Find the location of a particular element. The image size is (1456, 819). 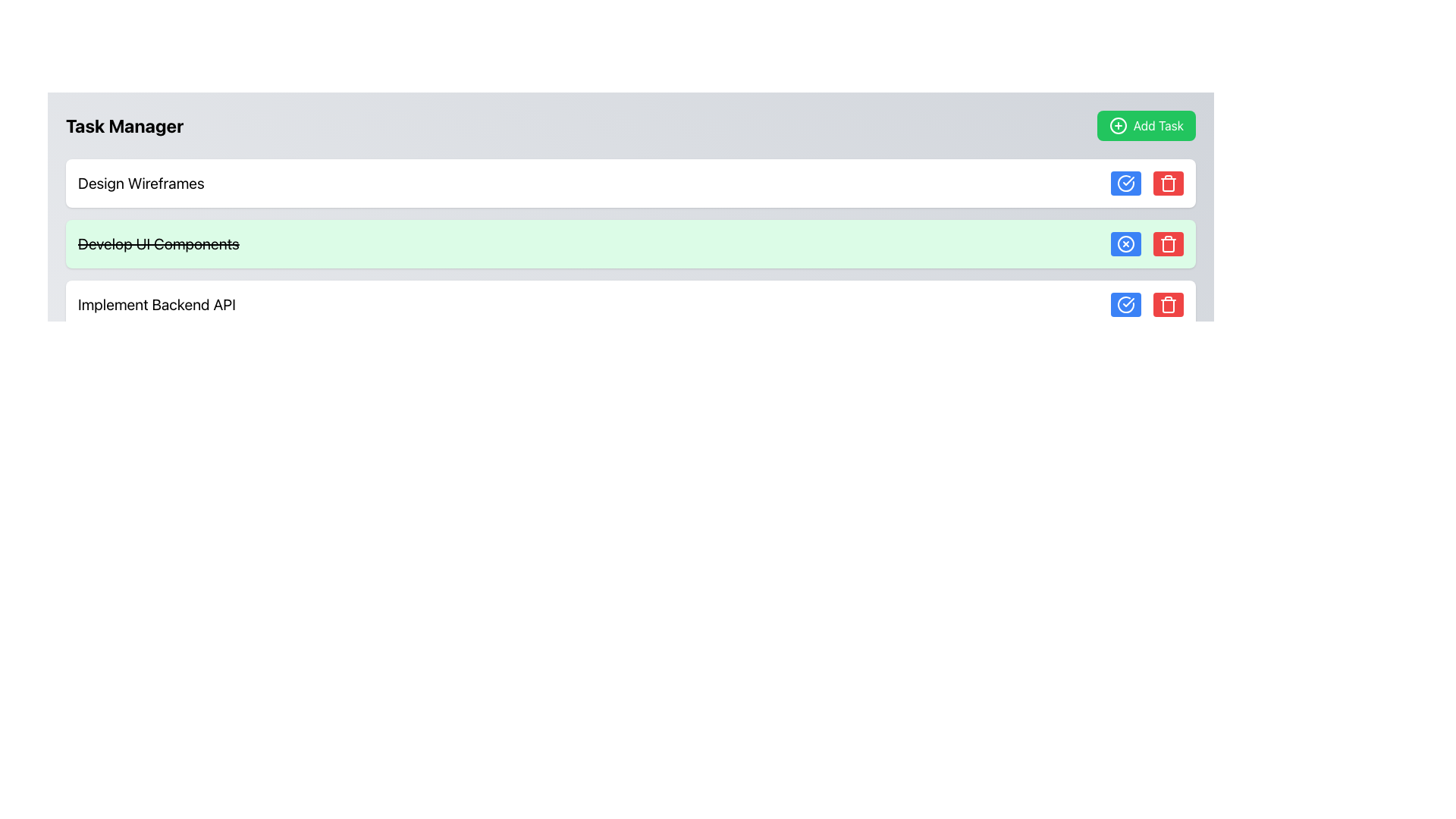

the interactive button in the top-right corner of the interface is located at coordinates (1146, 124).